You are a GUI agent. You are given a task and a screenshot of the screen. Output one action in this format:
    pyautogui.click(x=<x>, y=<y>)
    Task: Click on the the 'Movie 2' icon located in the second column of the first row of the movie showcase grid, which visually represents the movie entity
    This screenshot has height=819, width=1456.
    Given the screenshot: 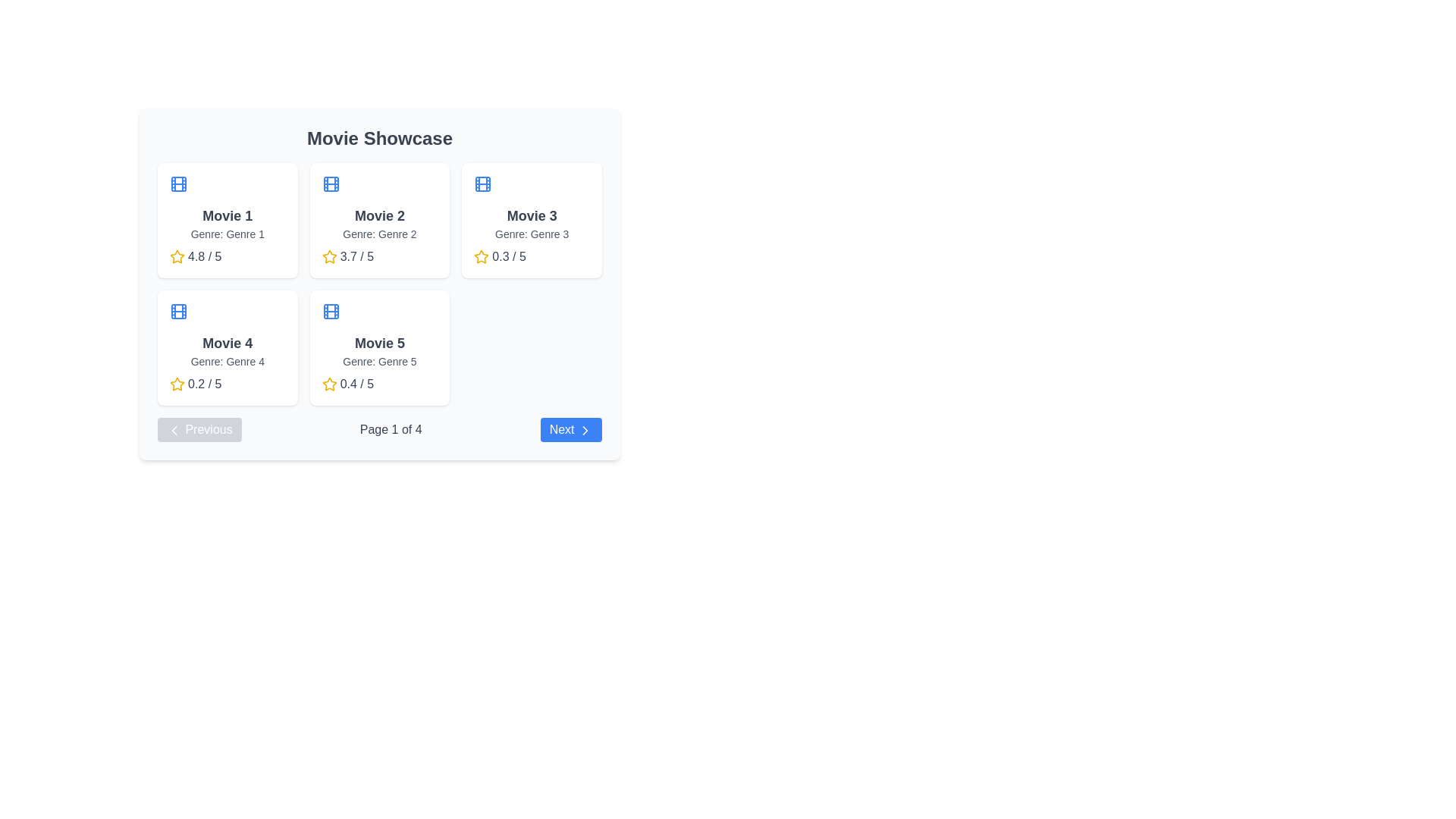 What is the action you would take?
    pyautogui.click(x=330, y=184)
    